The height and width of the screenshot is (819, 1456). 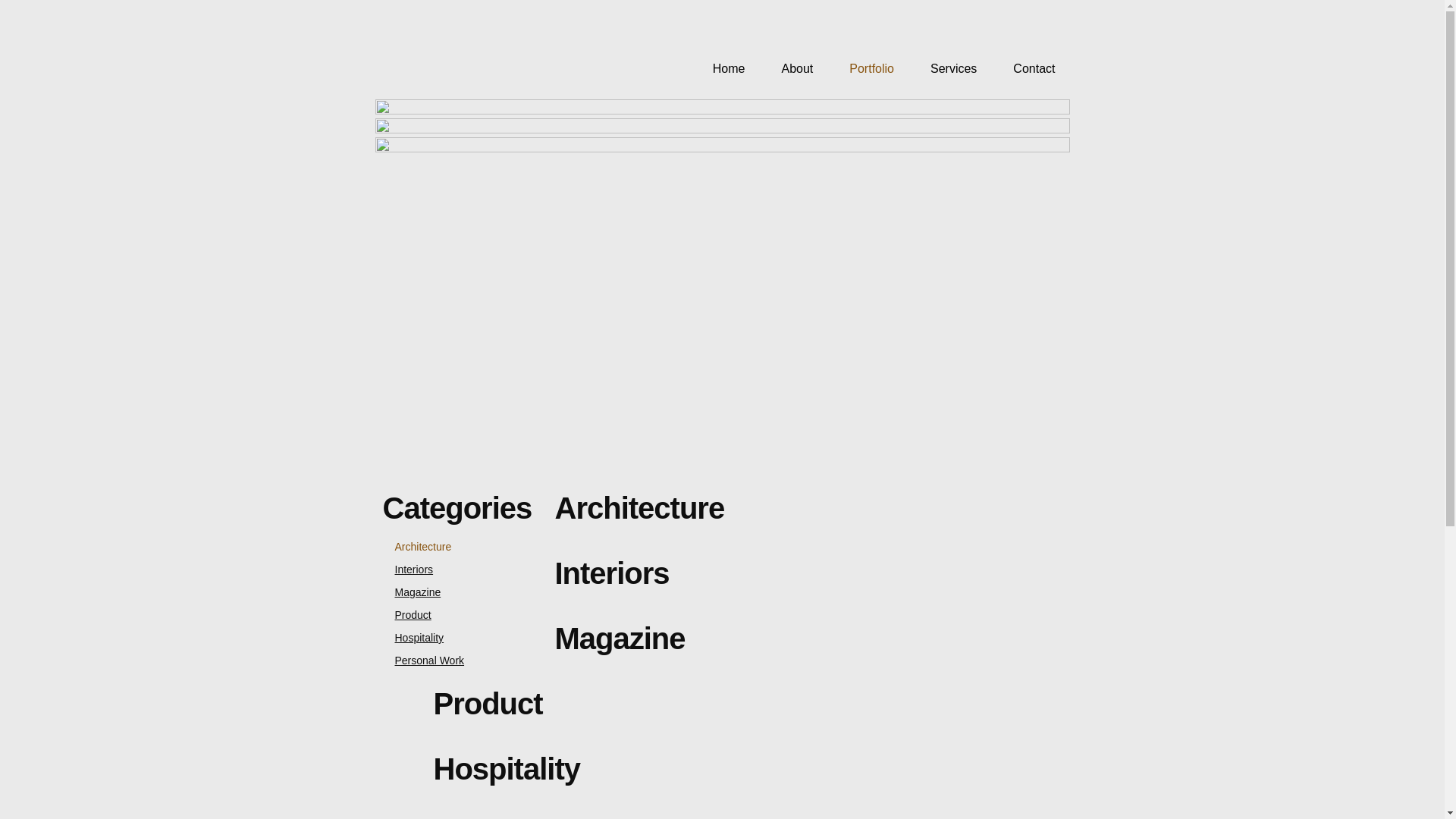 What do you see at coordinates (416, 547) in the screenshot?
I see `'Architecture'` at bounding box center [416, 547].